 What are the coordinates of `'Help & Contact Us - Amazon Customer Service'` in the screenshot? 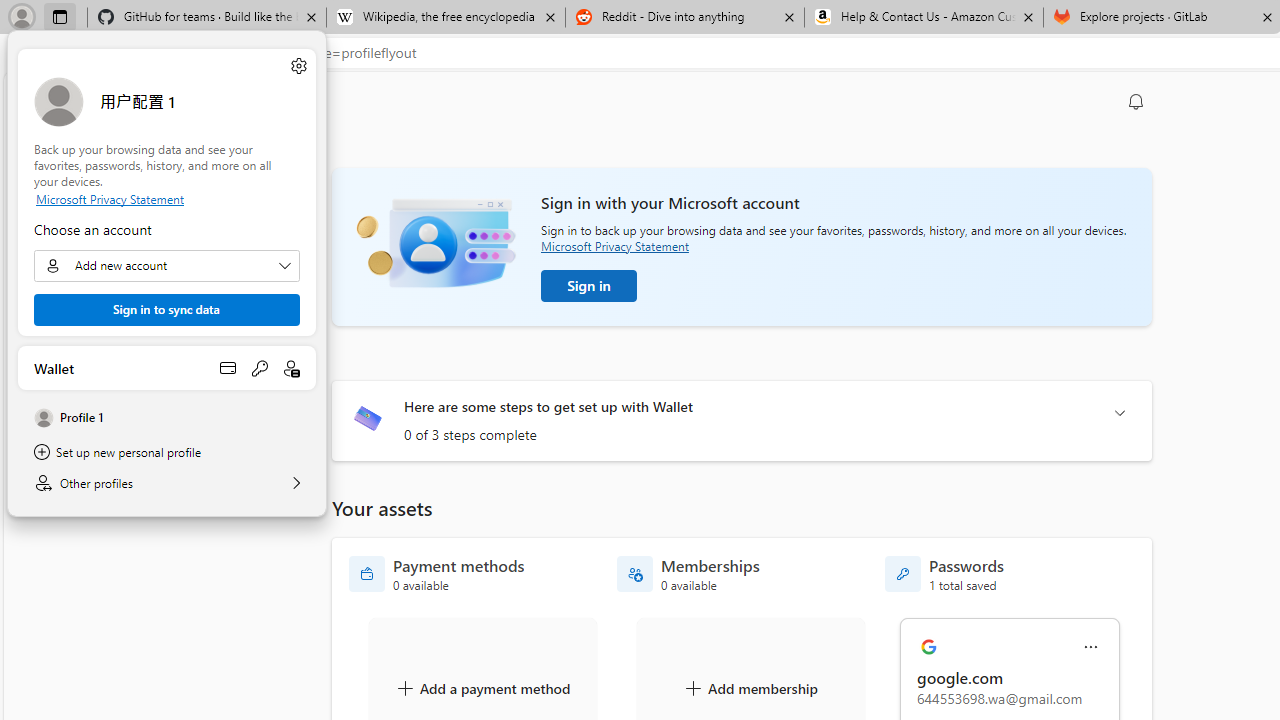 It's located at (923, 17).